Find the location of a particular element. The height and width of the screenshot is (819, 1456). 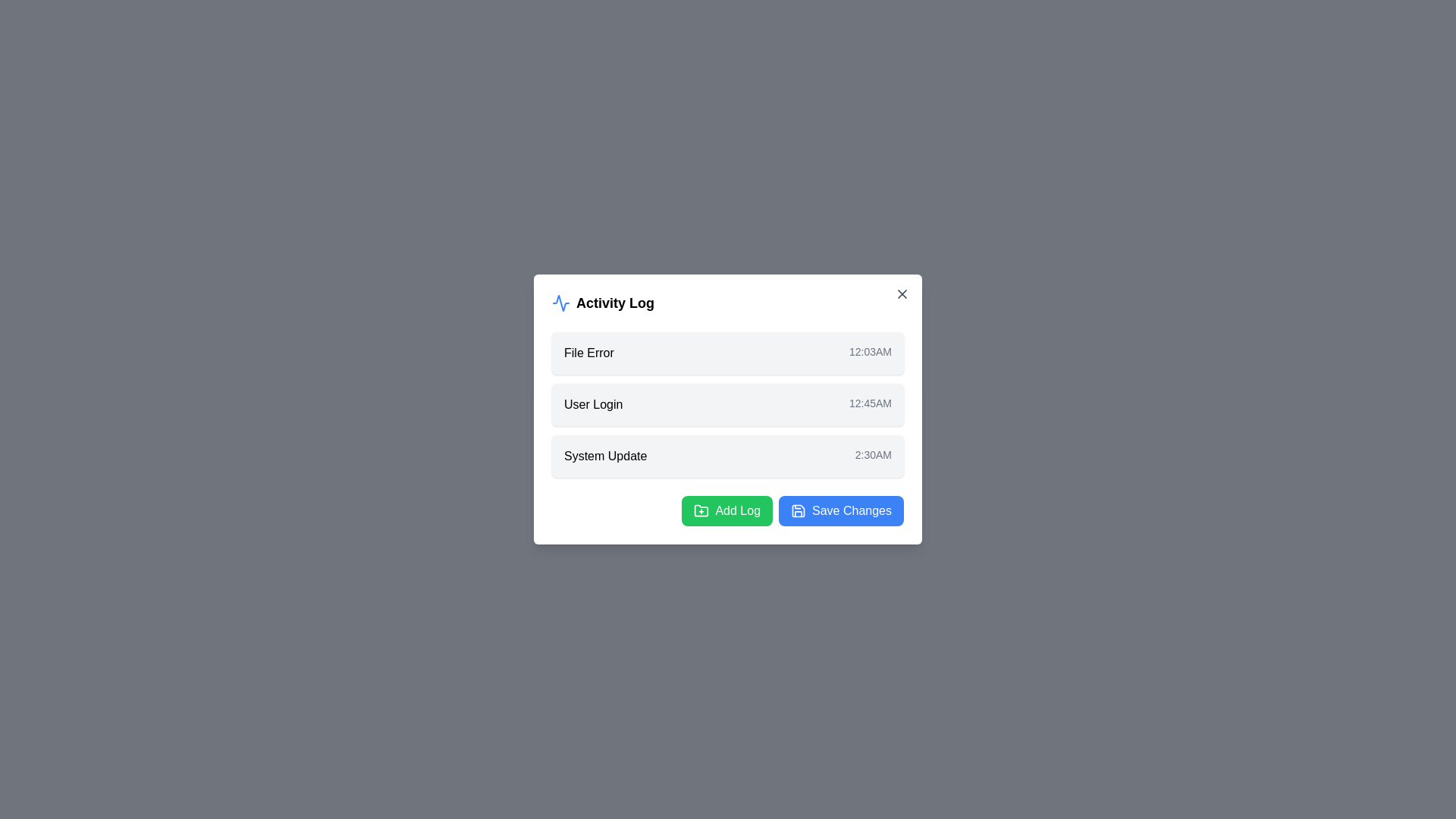

the 'Add Log' button is located at coordinates (726, 511).